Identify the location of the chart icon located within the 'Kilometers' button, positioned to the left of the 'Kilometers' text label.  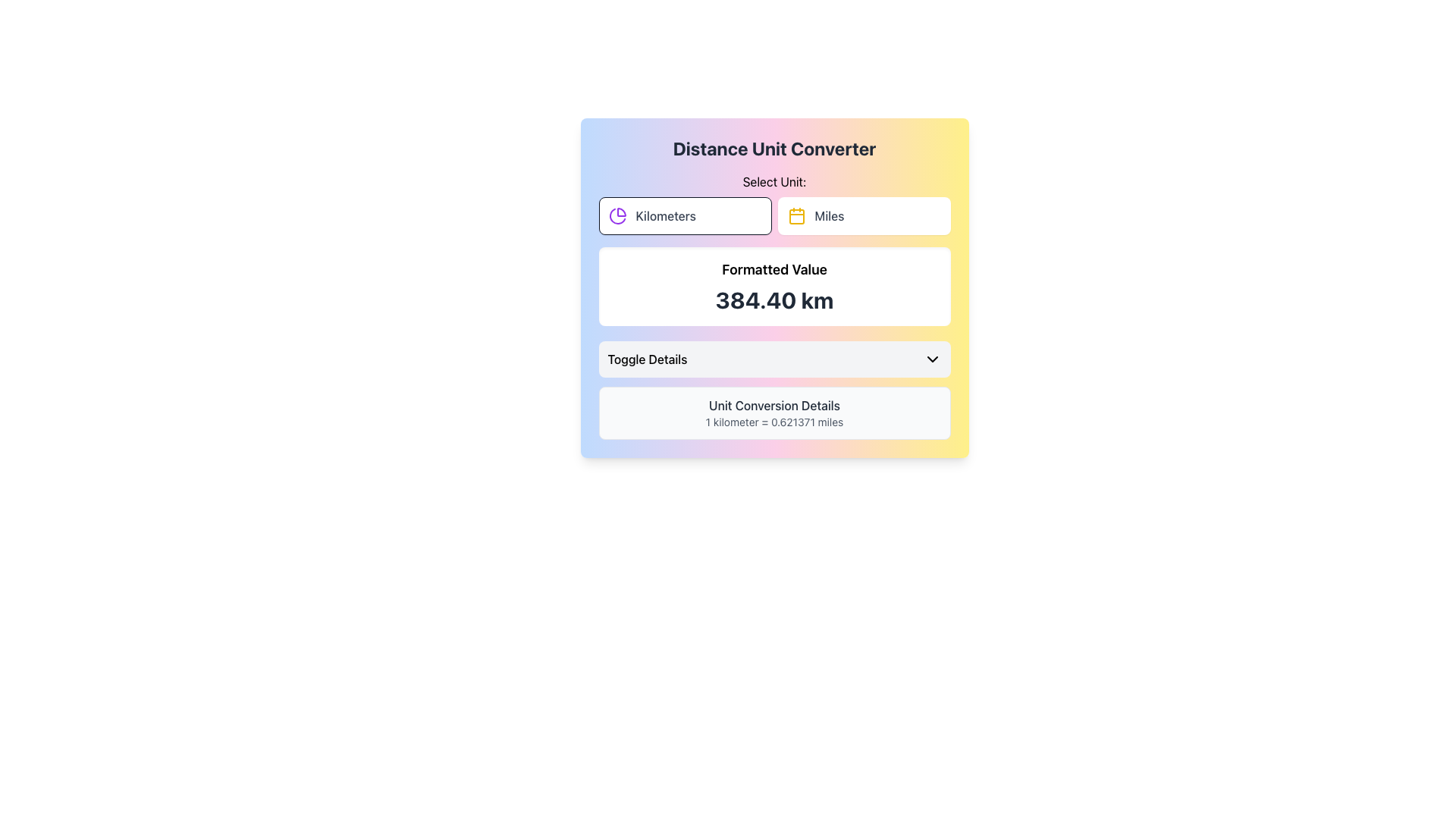
(617, 216).